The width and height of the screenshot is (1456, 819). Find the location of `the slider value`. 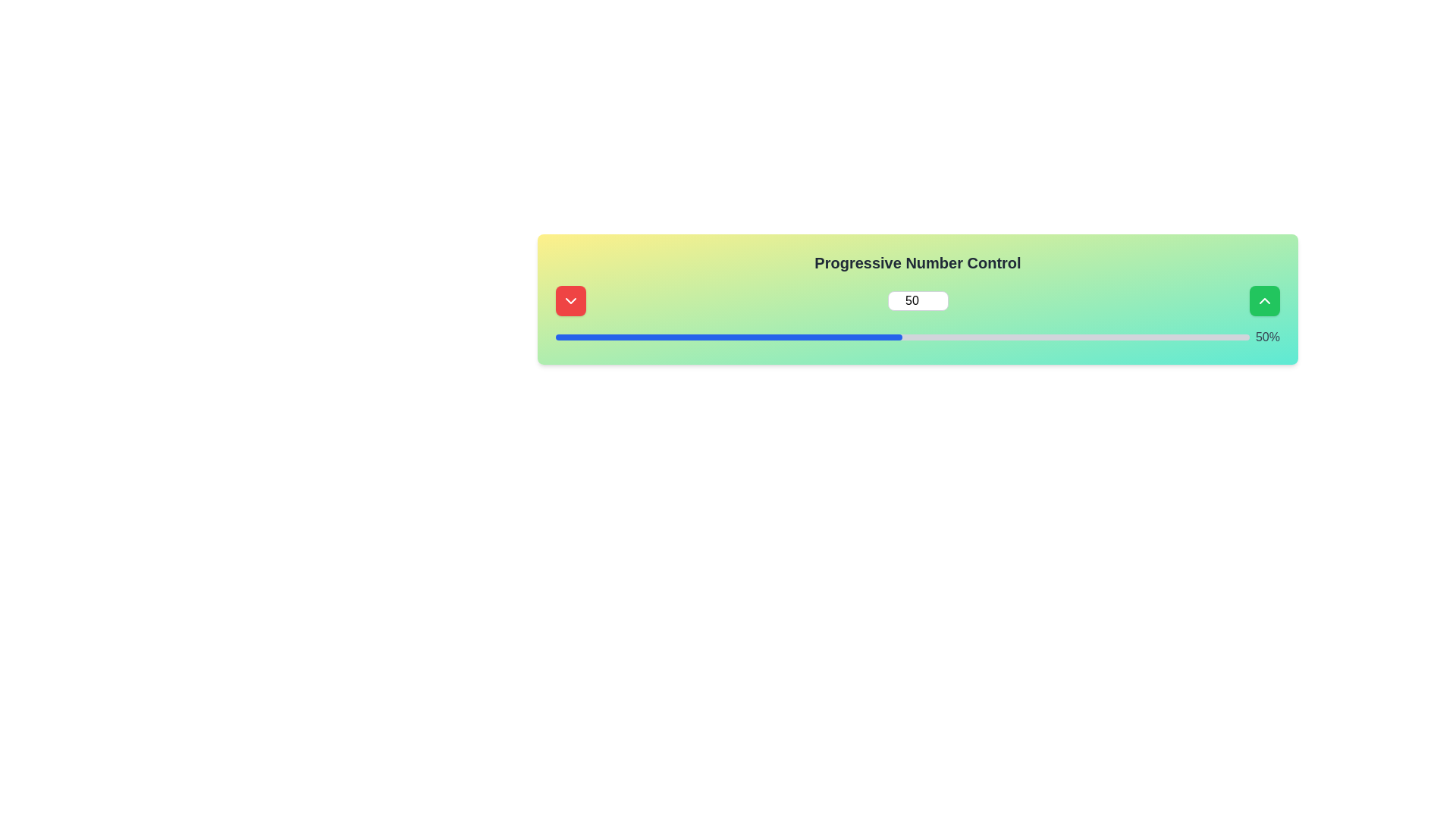

the slider value is located at coordinates (686, 336).